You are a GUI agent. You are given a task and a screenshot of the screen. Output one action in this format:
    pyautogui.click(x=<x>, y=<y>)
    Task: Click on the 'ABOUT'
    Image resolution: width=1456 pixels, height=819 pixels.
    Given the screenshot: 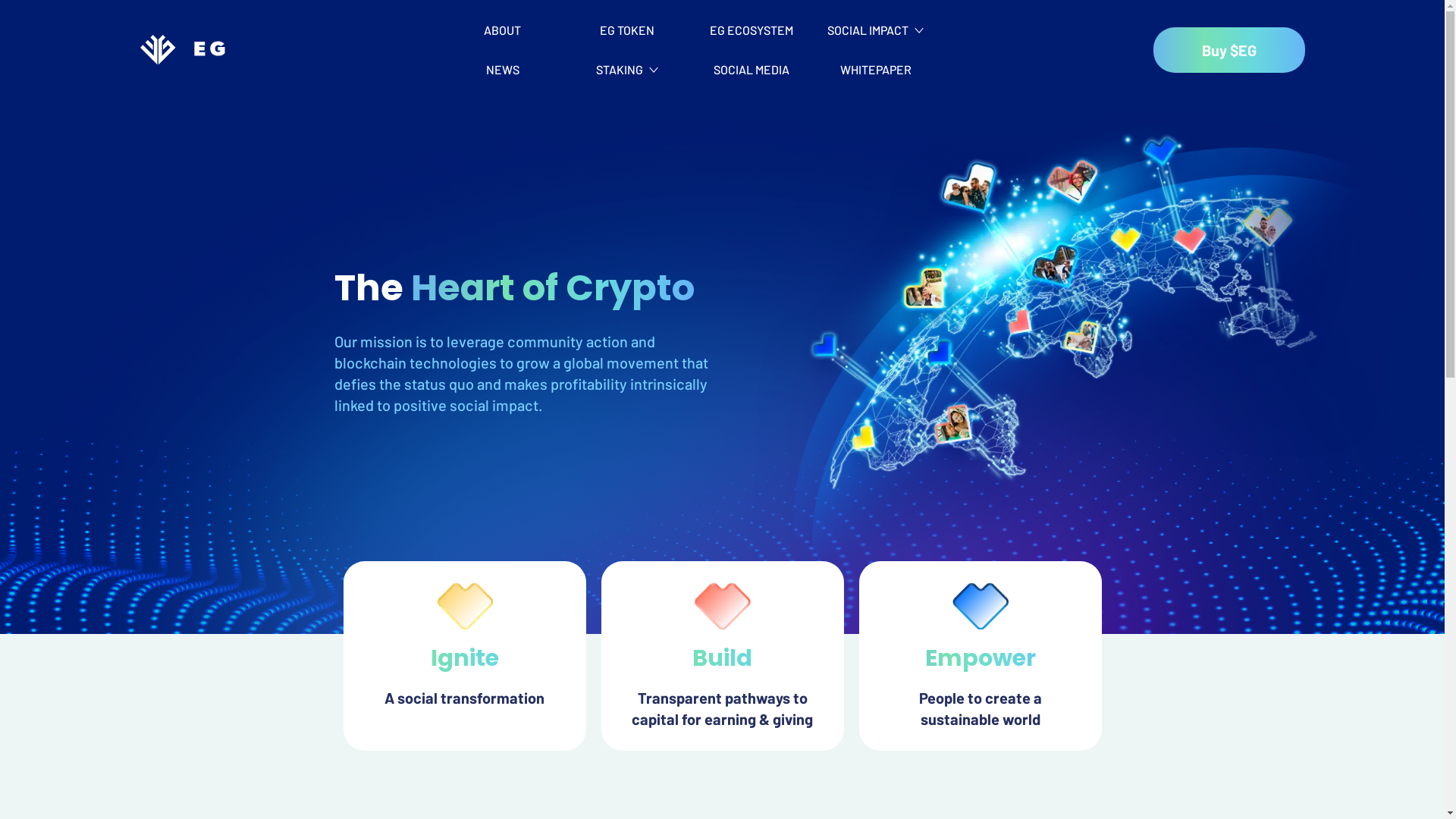 What is the action you would take?
    pyautogui.click(x=440, y=30)
    